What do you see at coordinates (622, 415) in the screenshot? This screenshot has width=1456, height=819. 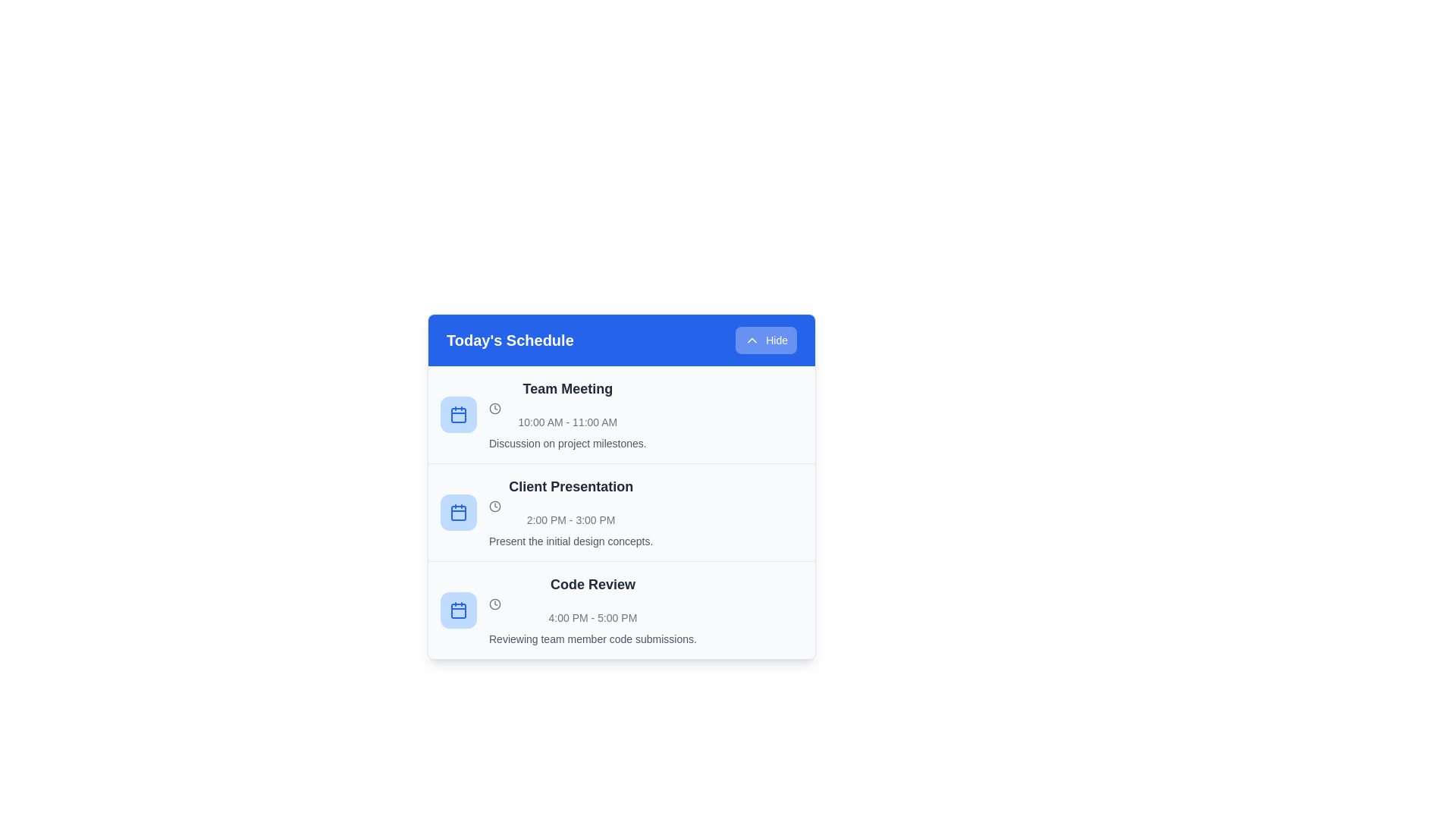 I see `the Information Card that displays details about a scheduled event, which is located in the first row of a list under 'Today's Schedule'` at bounding box center [622, 415].